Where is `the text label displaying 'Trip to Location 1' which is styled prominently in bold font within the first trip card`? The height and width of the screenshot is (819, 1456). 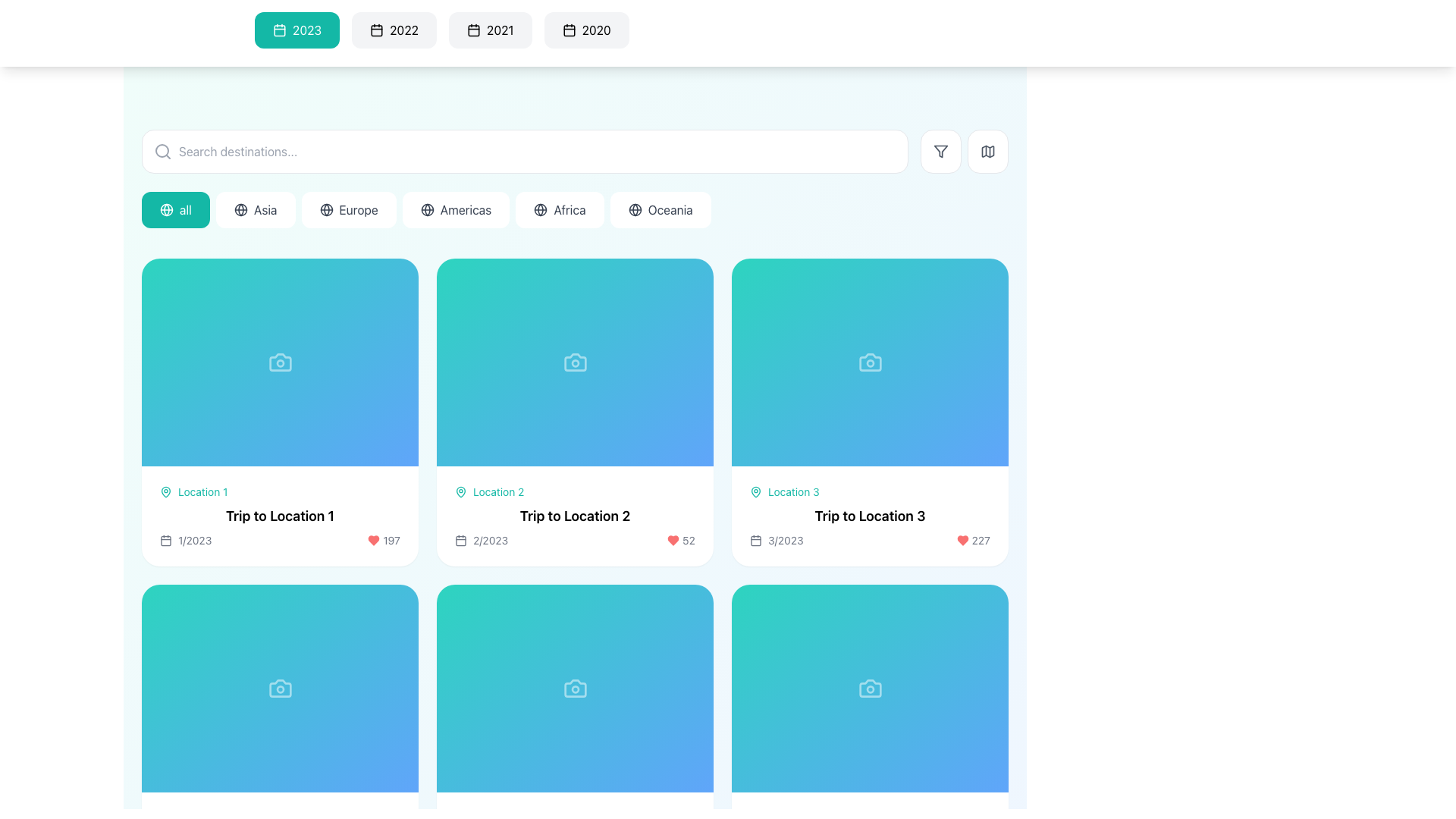
the text label displaying 'Trip to Location 1' which is styled prominently in bold font within the first trip card is located at coordinates (280, 515).